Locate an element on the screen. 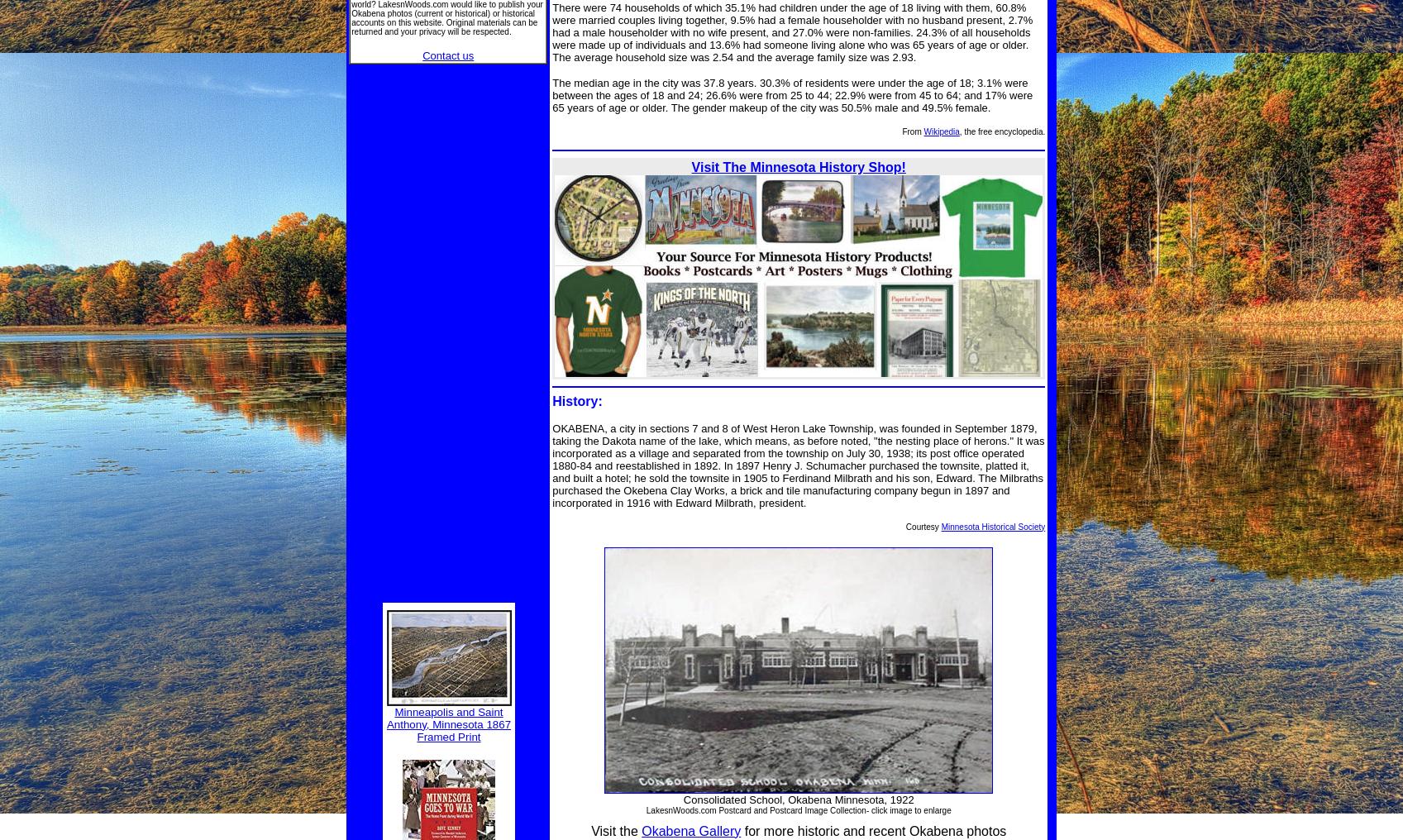  'History' is located at coordinates (574, 400).